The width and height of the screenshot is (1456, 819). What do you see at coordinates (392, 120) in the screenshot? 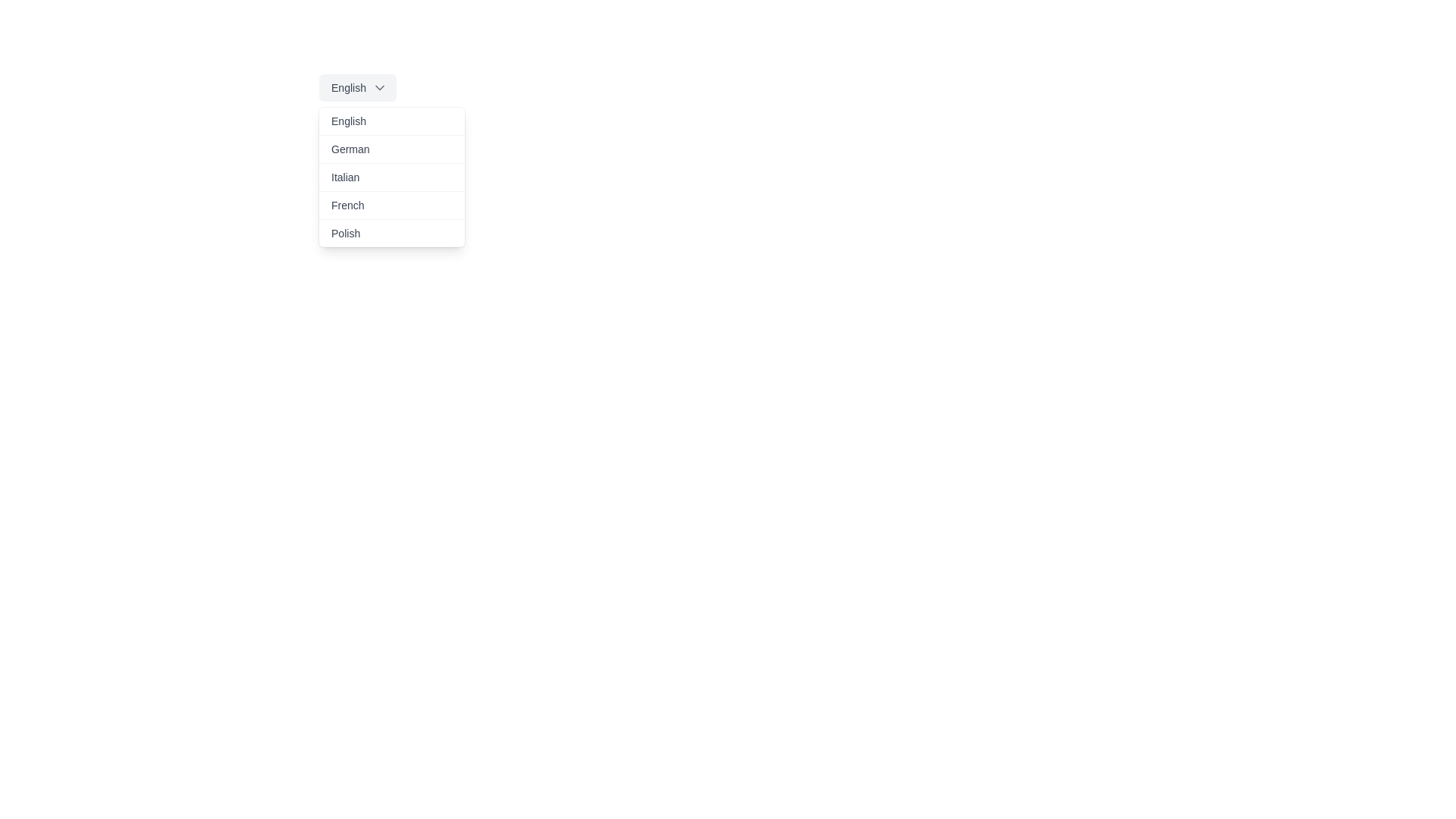
I see `the 'English' button in the dropdown menu` at bounding box center [392, 120].